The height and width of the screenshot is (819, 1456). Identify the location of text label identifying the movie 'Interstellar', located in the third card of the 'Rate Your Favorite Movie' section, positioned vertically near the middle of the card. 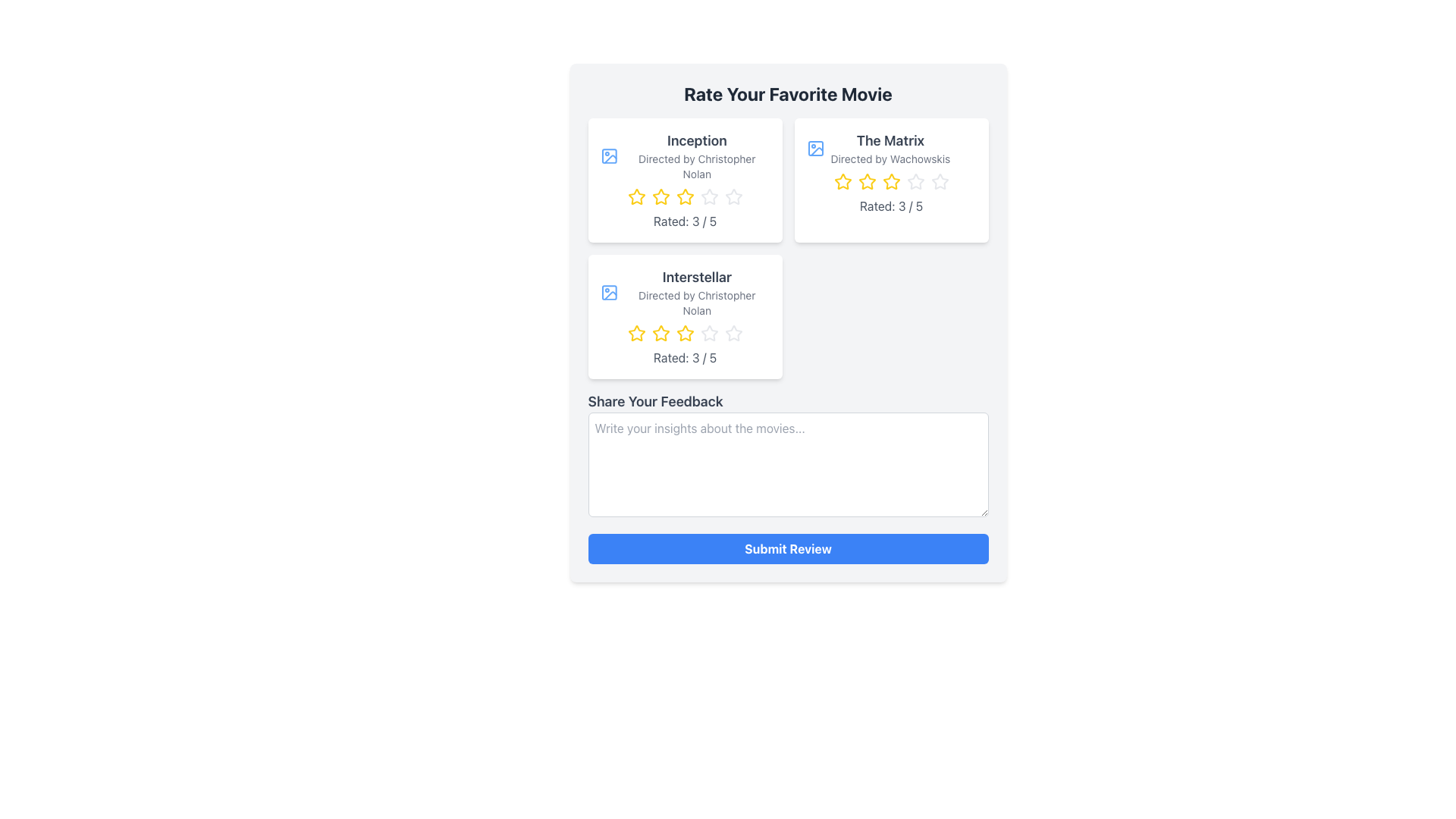
(696, 278).